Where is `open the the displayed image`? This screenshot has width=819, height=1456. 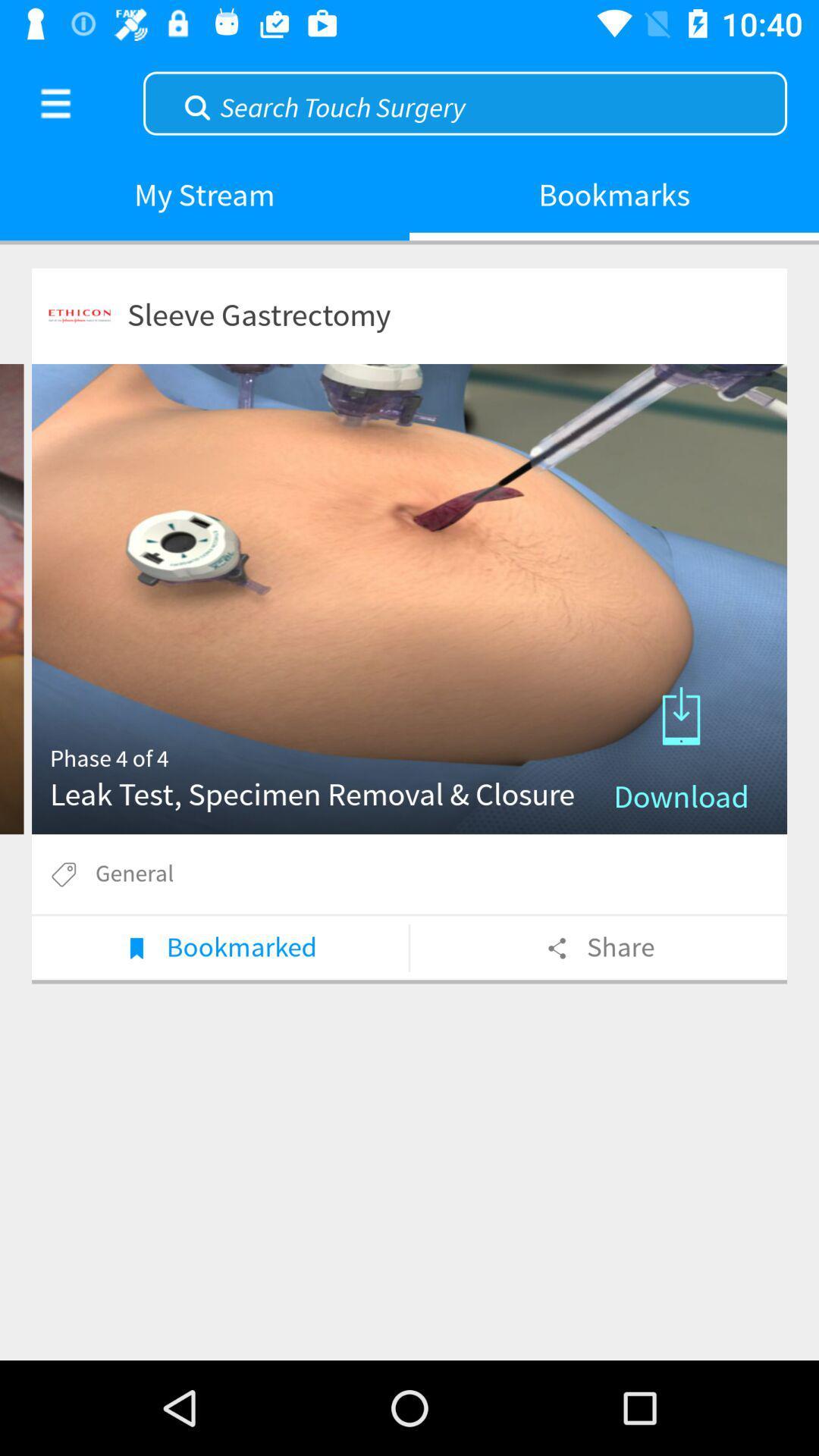 open the the displayed image is located at coordinates (409, 598).